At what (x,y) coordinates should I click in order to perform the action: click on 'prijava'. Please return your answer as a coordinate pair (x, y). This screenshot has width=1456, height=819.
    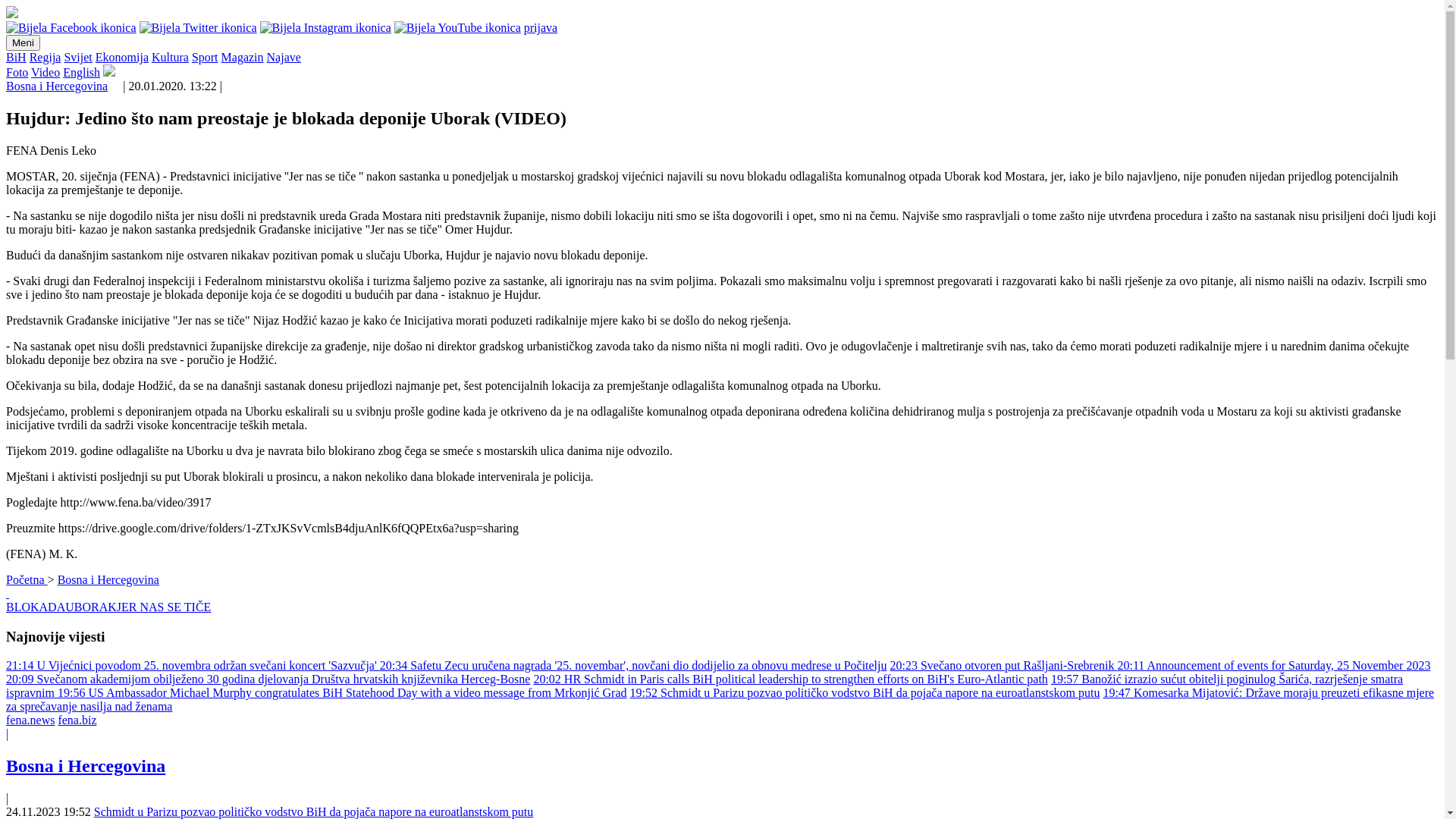
    Looking at the image, I should click on (541, 27).